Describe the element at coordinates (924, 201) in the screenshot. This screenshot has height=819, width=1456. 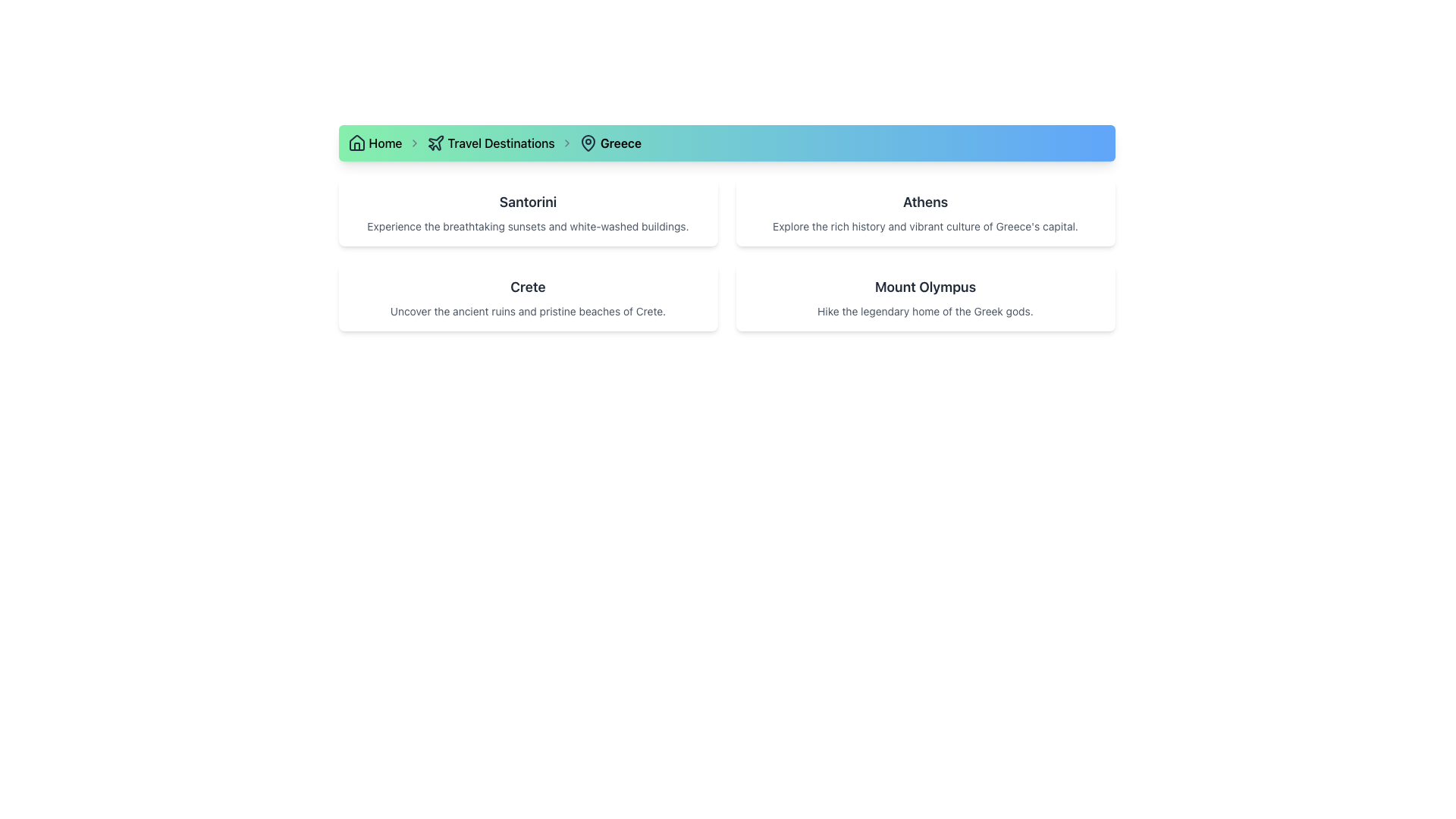
I see `the header text 'Athens' which is centrally located in the card with a white background and rounded corners` at that location.